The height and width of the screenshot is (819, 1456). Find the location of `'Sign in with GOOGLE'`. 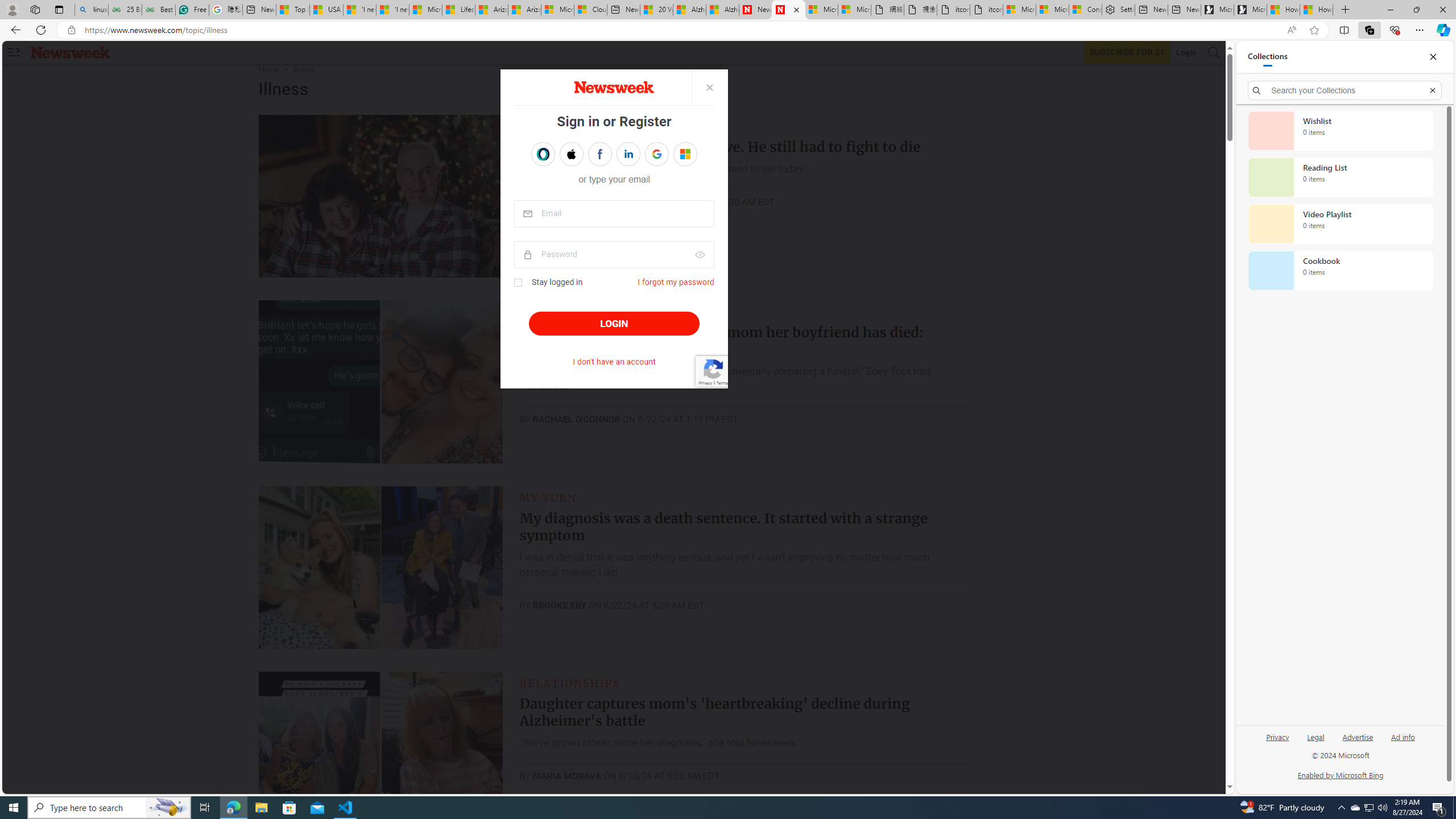

'Sign in with GOOGLE' is located at coordinates (656, 154).